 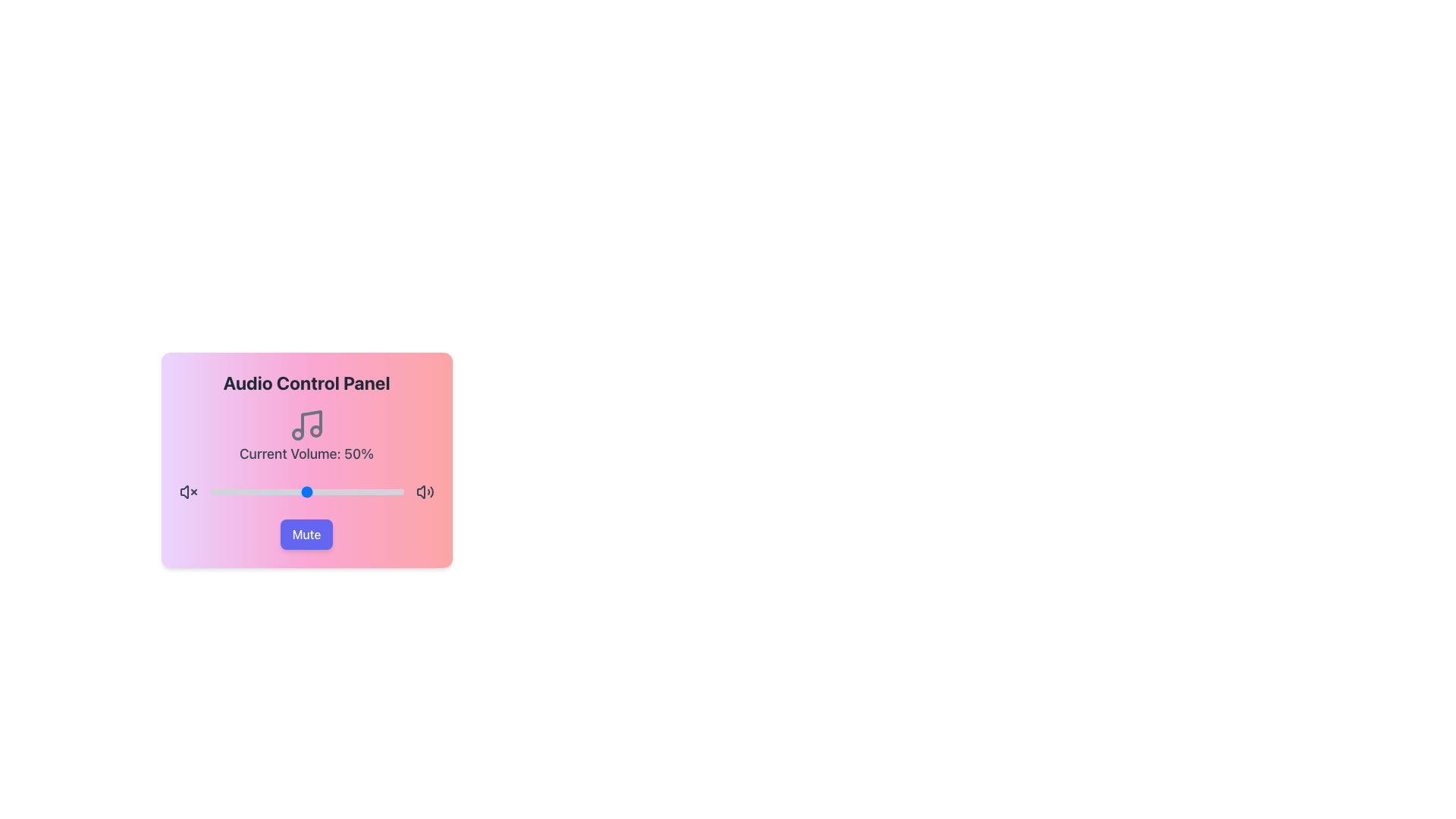 What do you see at coordinates (306, 435) in the screenshot?
I see `the static text indicating the current volume level of 50% within the 'Audio Control Panel'. This element is positioned beneath the title and above the volume slider` at bounding box center [306, 435].